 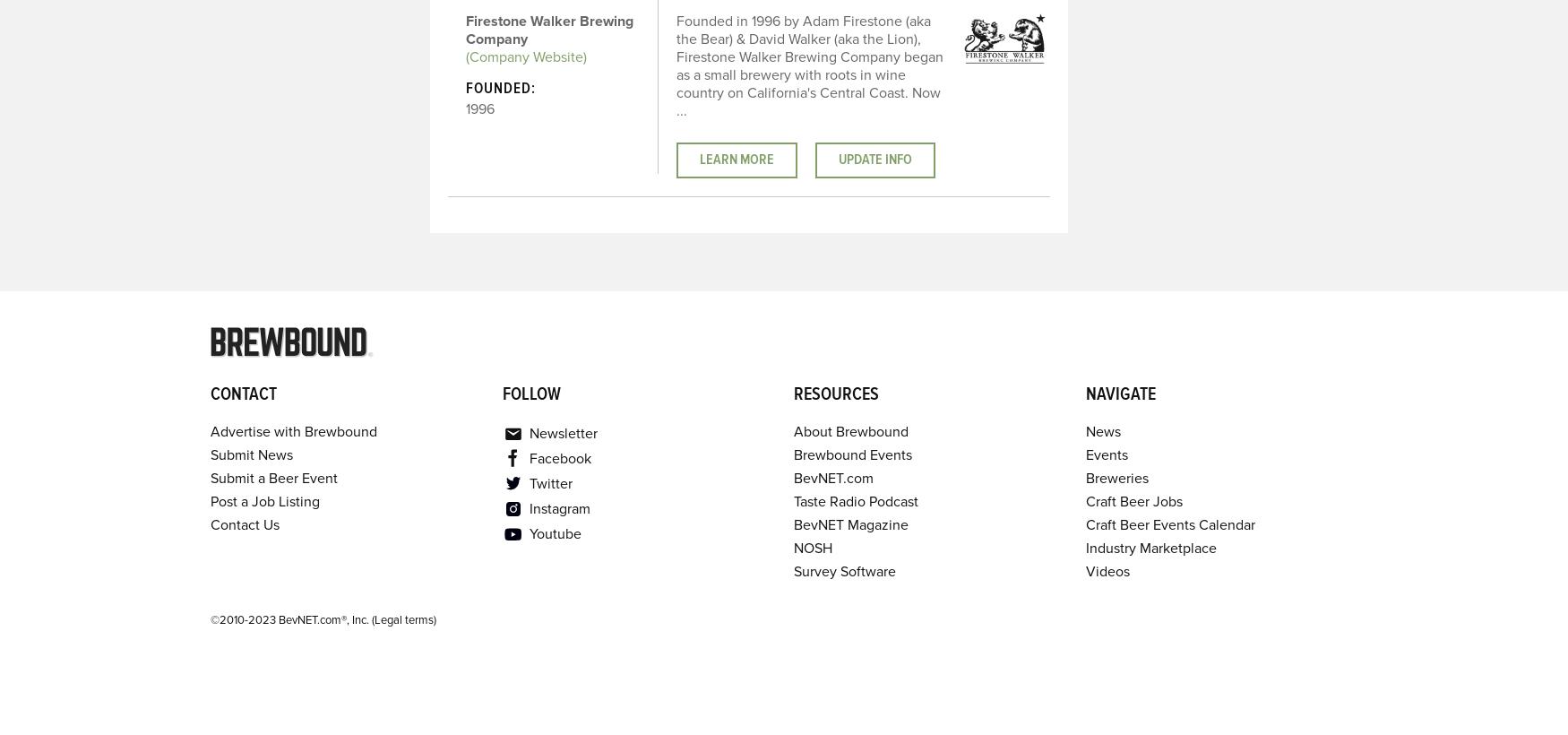 I want to click on 'Youtube', so click(x=528, y=533).